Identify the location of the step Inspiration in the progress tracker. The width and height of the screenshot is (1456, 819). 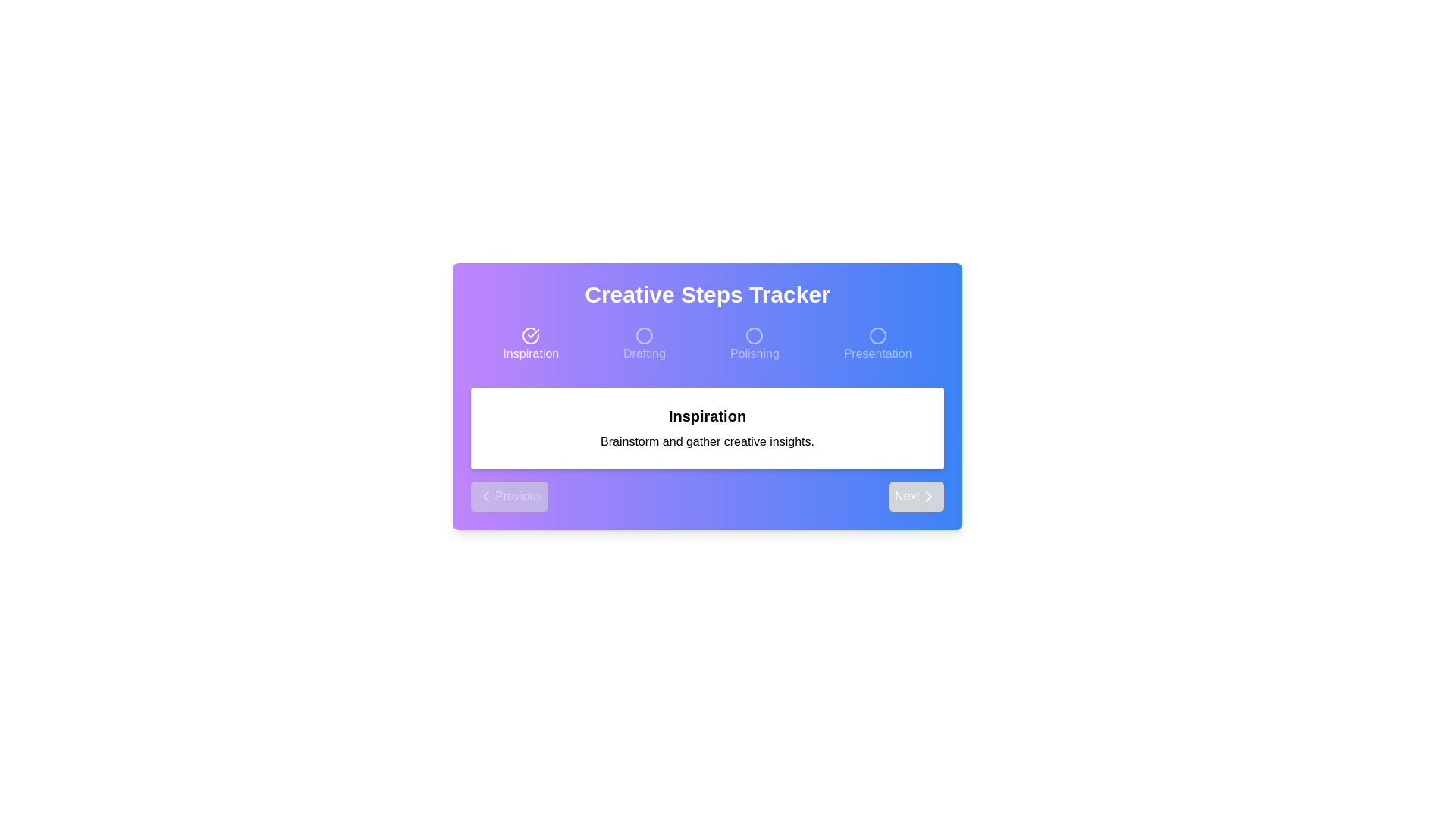
(531, 345).